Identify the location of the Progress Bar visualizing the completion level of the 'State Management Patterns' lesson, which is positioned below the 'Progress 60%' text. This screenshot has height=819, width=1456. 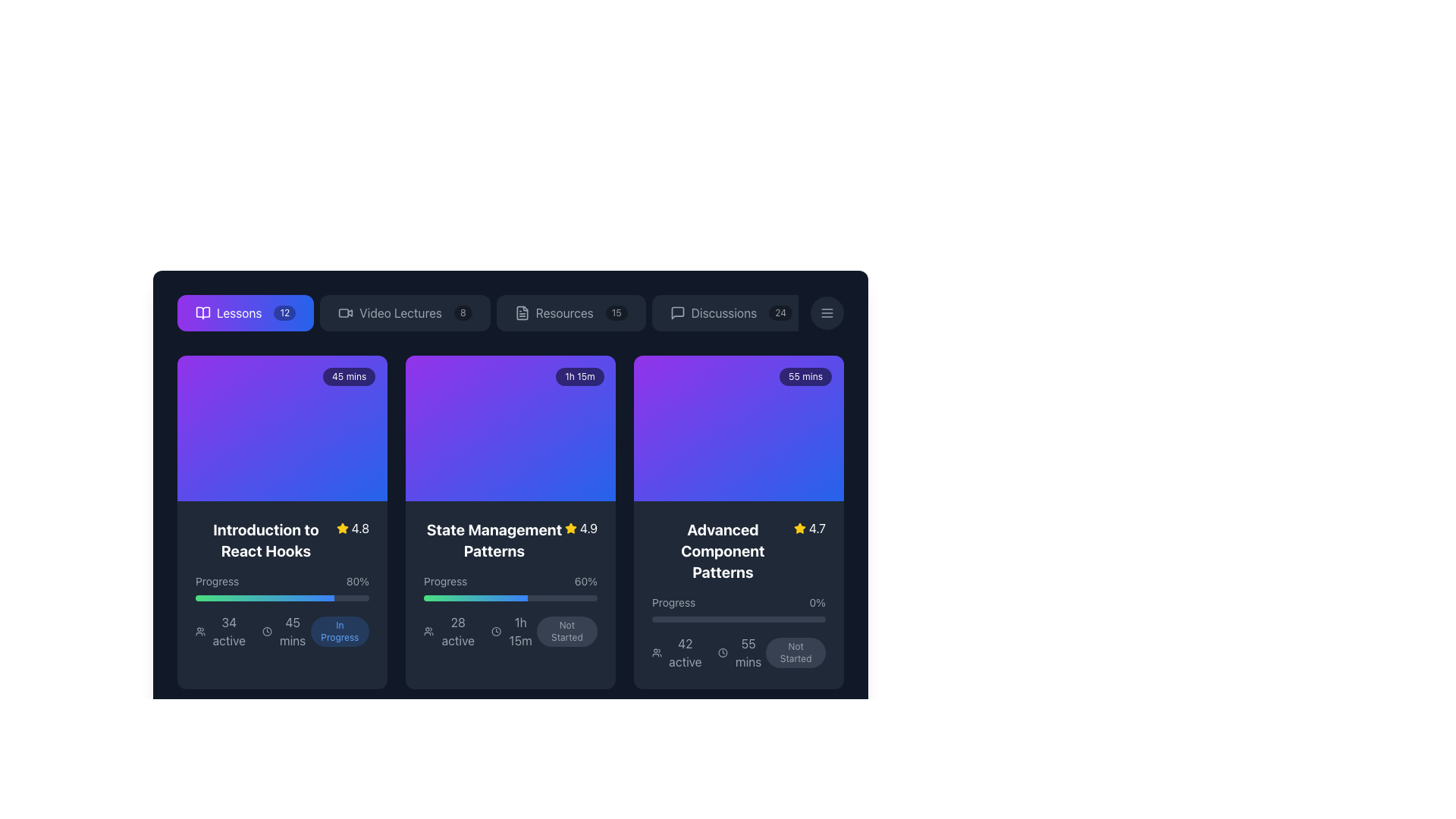
(510, 598).